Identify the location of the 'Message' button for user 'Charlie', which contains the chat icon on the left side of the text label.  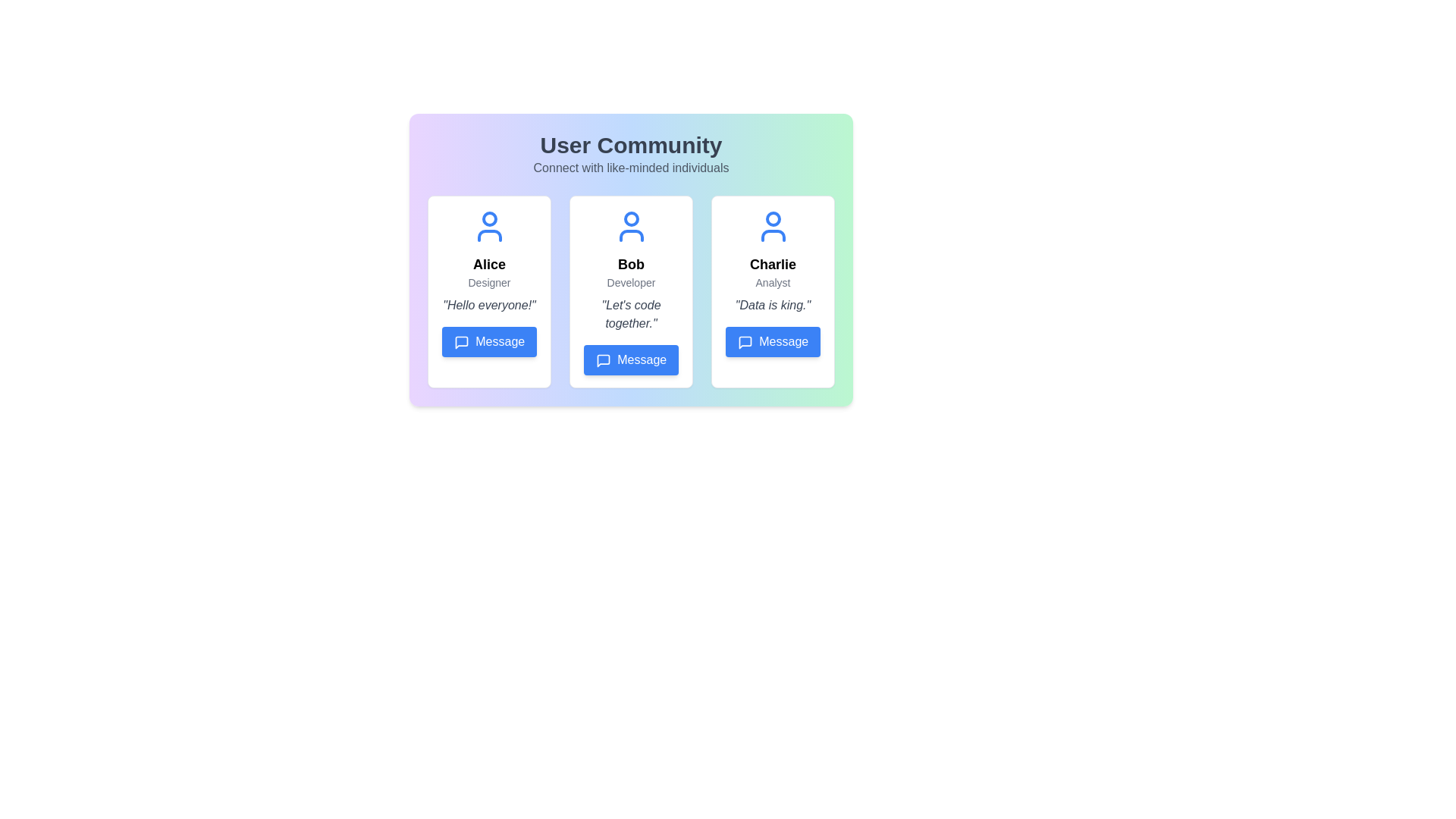
(745, 342).